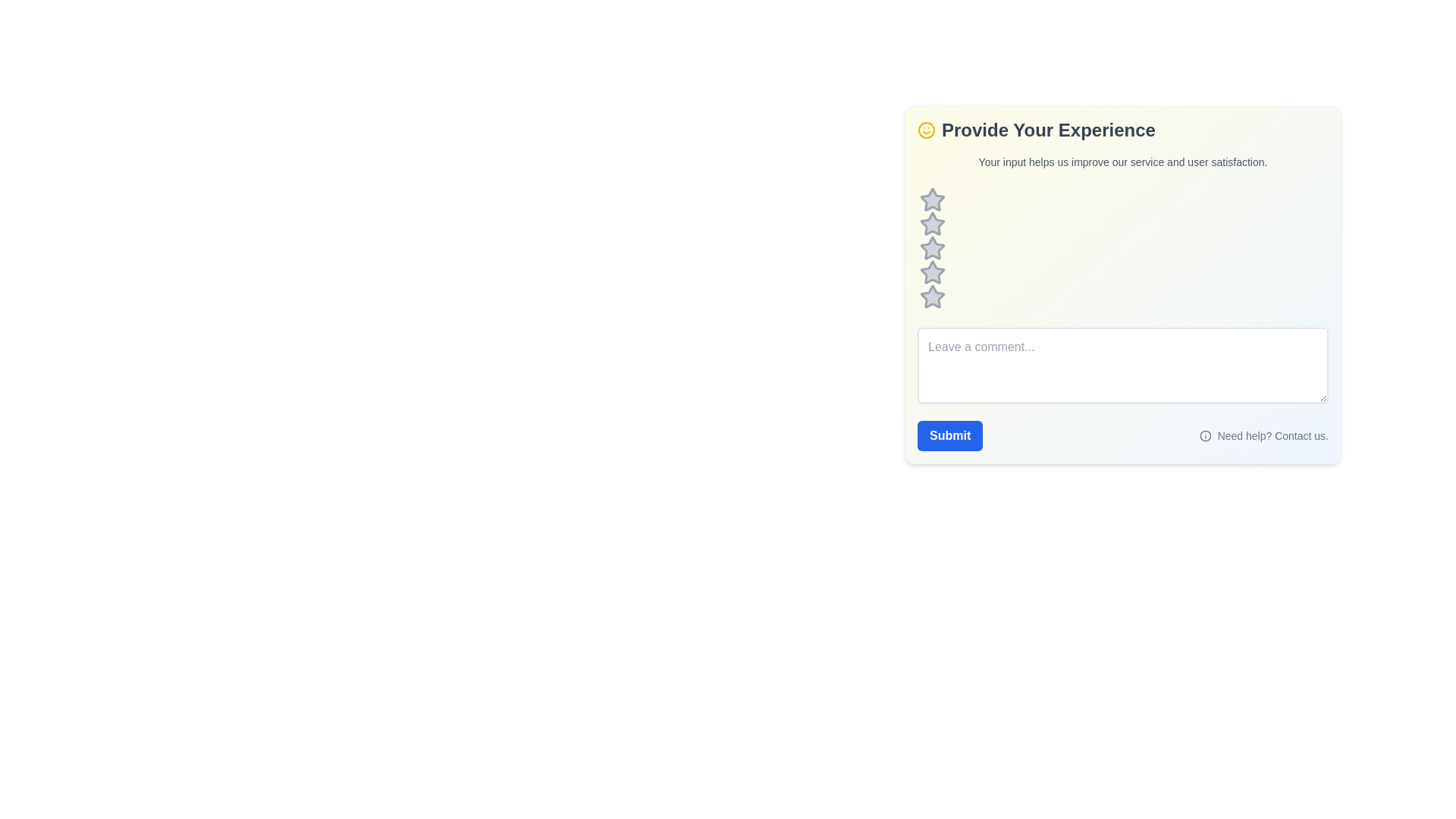 This screenshot has height=819, width=1456. What do you see at coordinates (931, 199) in the screenshot?
I see `the topmost rating star in the vertical set located to the left side of the 'Provide Your Experience' feedback form` at bounding box center [931, 199].